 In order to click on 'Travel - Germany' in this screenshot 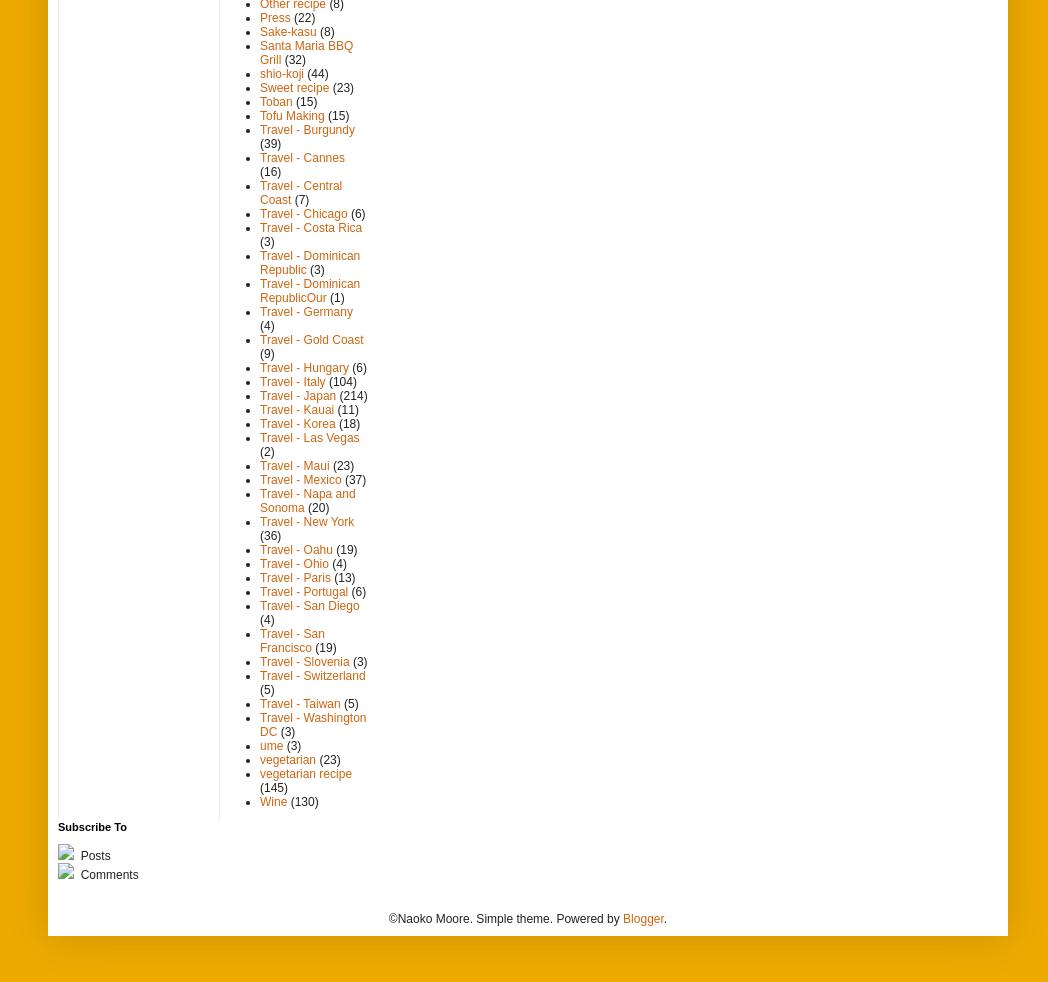, I will do `click(260, 311)`.